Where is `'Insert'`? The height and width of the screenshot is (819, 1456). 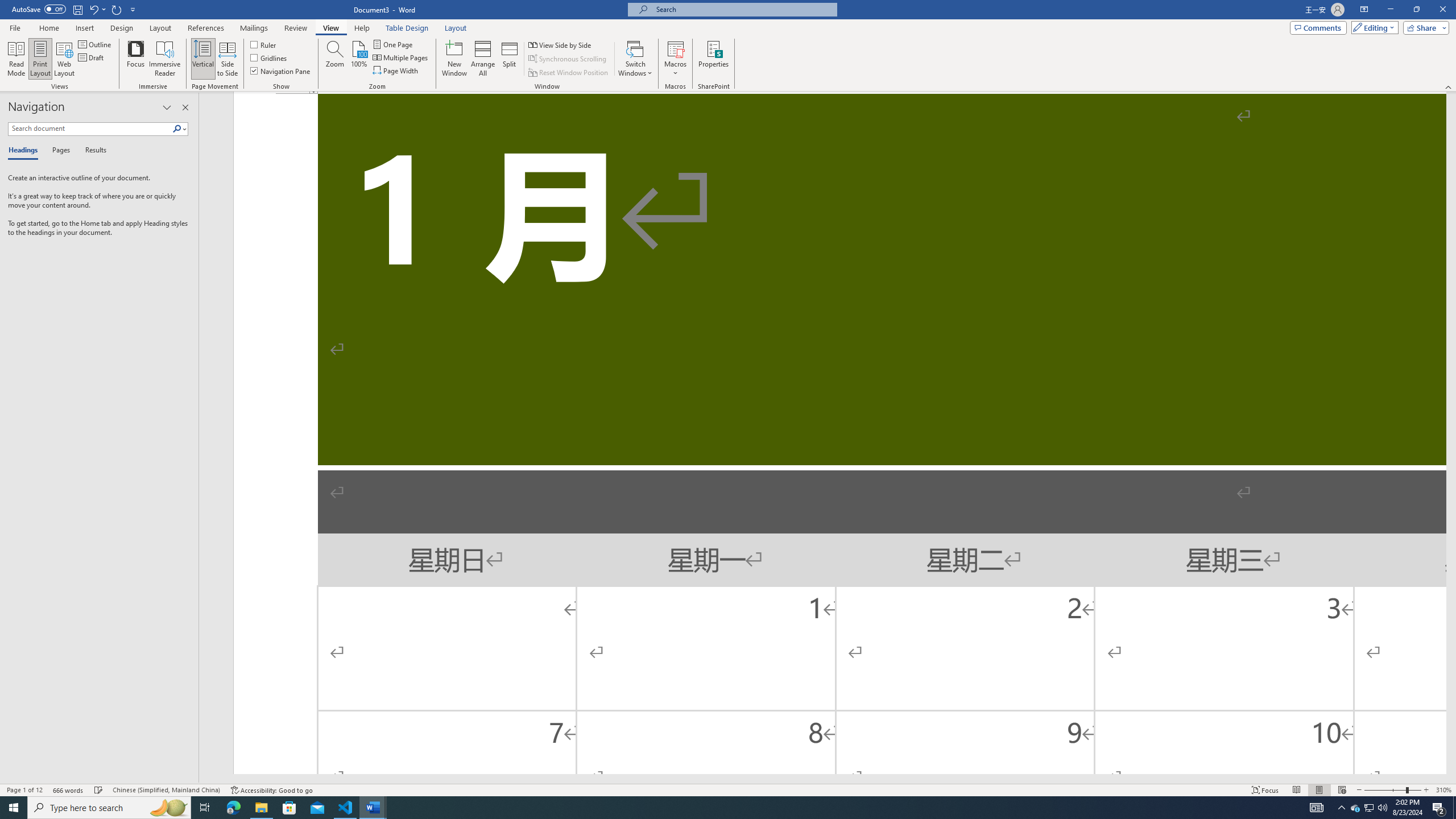 'Insert' is located at coordinates (84, 28).